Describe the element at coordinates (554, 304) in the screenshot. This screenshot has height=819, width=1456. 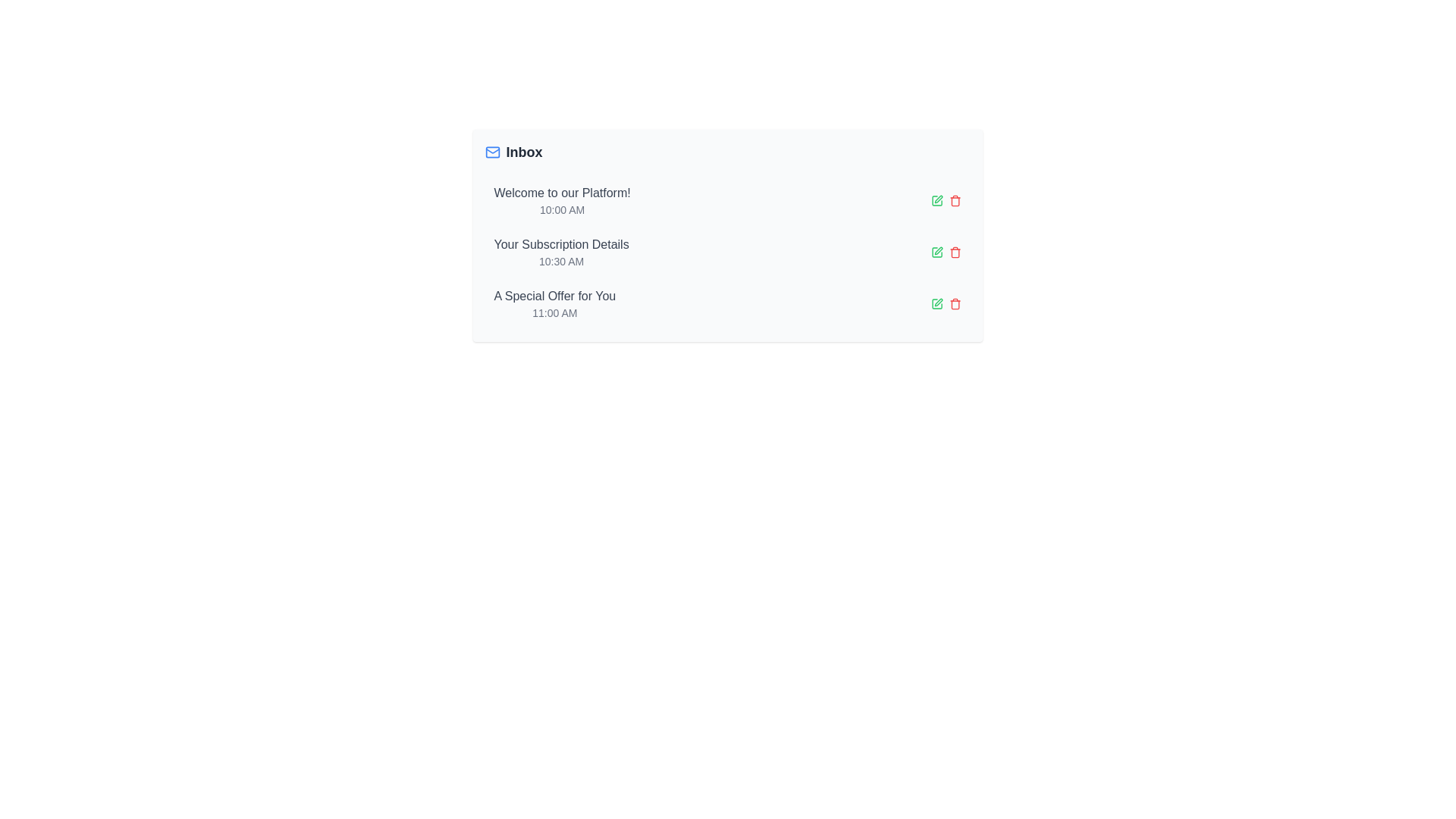
I see `to select the third notification message entry in the inbox, which provides a title and associated time` at that location.